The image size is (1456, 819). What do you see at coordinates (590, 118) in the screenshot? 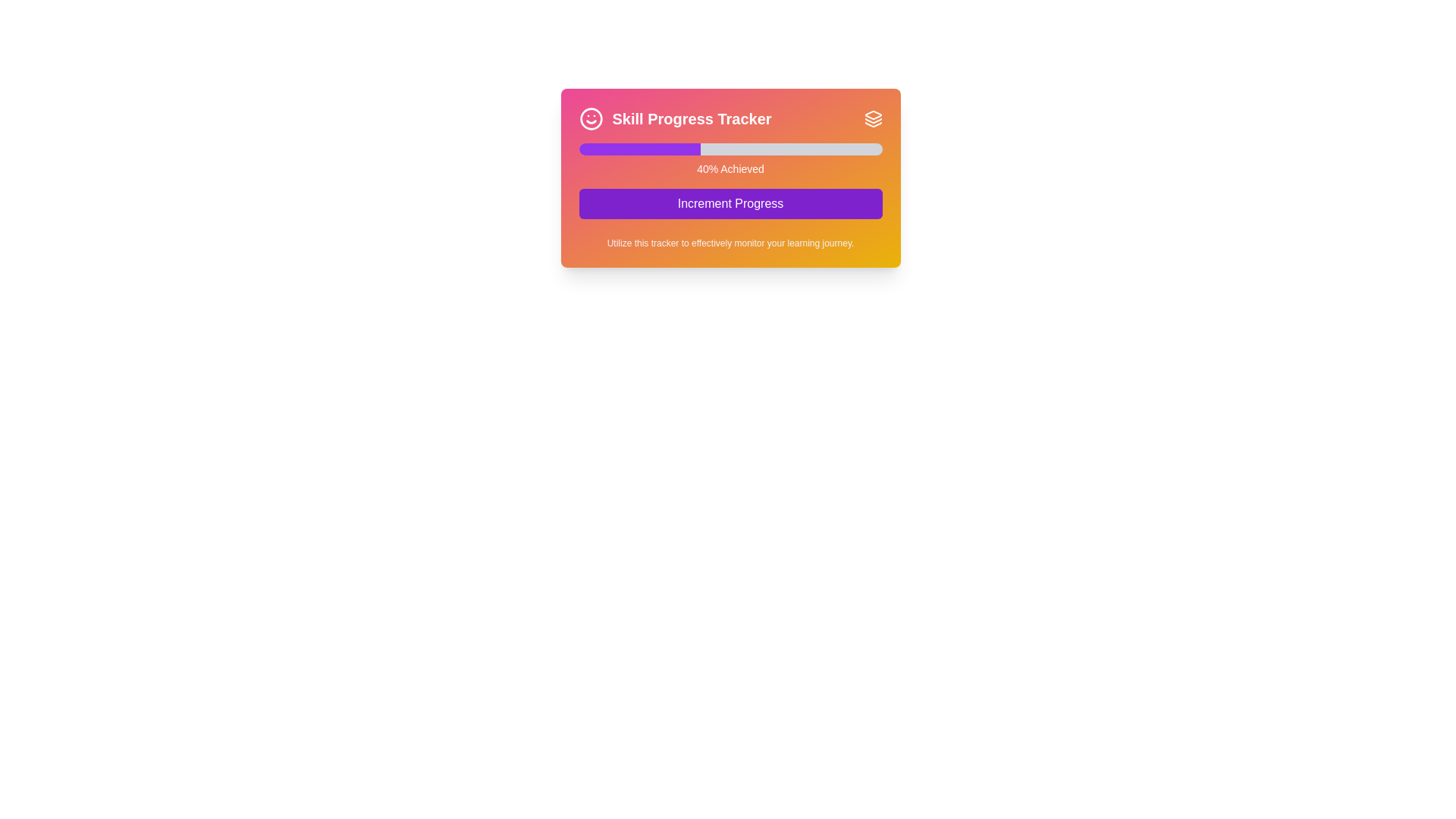
I see `the Decorative Icon, a circular icon depicting a smiling face, located to the left of the title text 'Skill Progress Tracker'` at bounding box center [590, 118].